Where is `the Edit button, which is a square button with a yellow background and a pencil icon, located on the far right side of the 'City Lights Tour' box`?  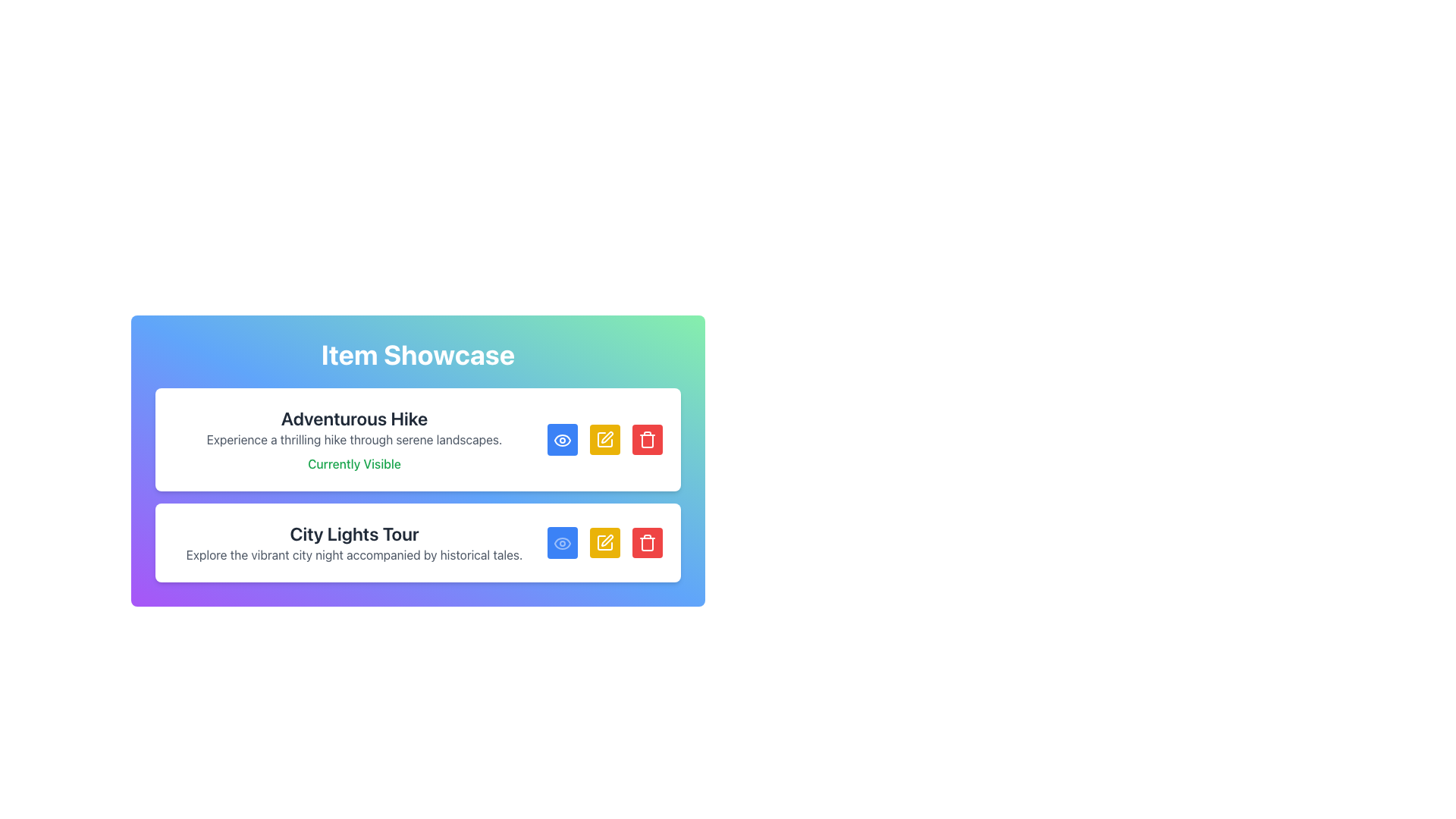
the Edit button, which is a square button with a yellow background and a pencil icon, located on the far right side of the 'City Lights Tour' box is located at coordinates (604, 542).